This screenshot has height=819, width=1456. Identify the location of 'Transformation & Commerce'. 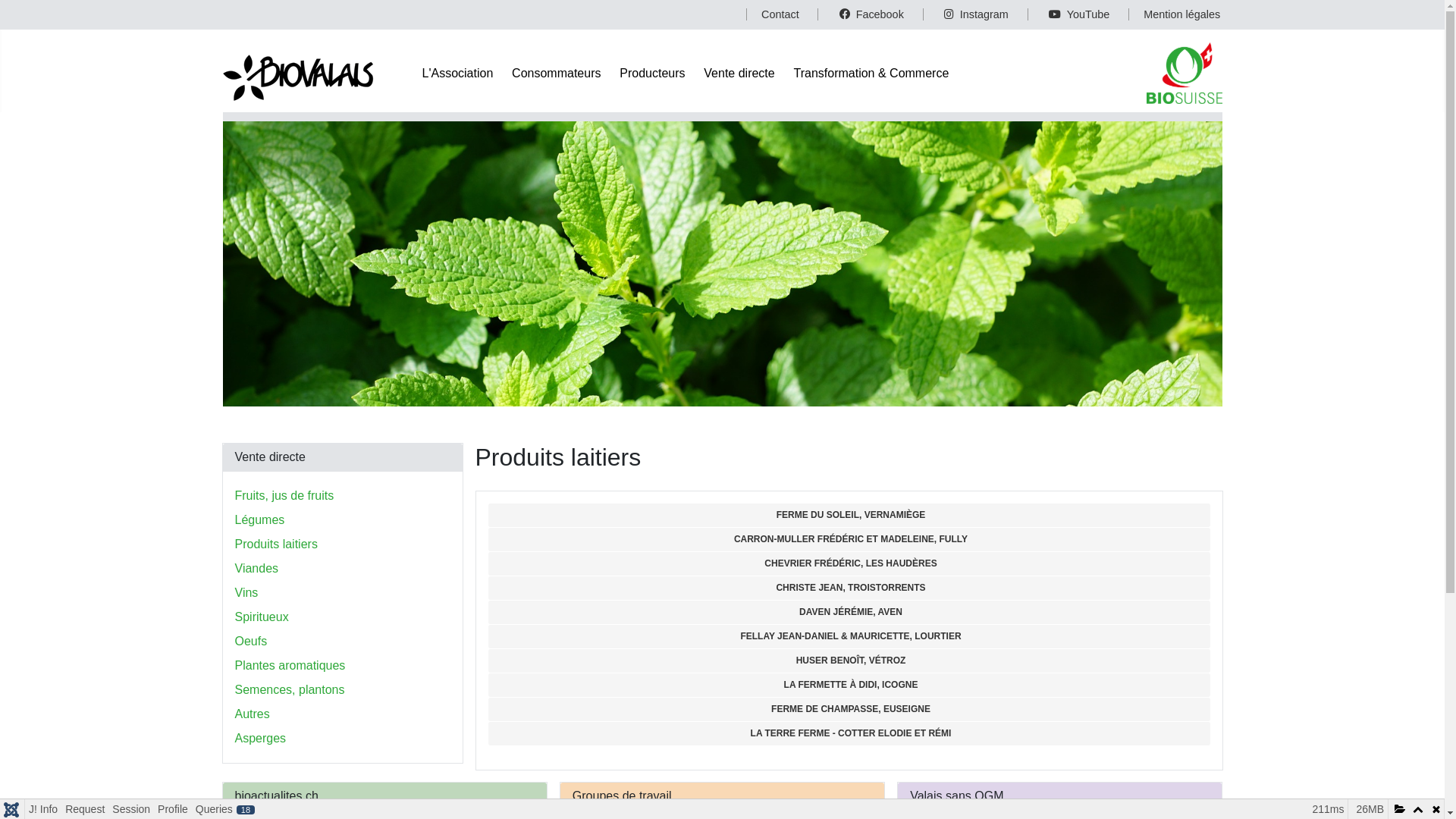
(871, 73).